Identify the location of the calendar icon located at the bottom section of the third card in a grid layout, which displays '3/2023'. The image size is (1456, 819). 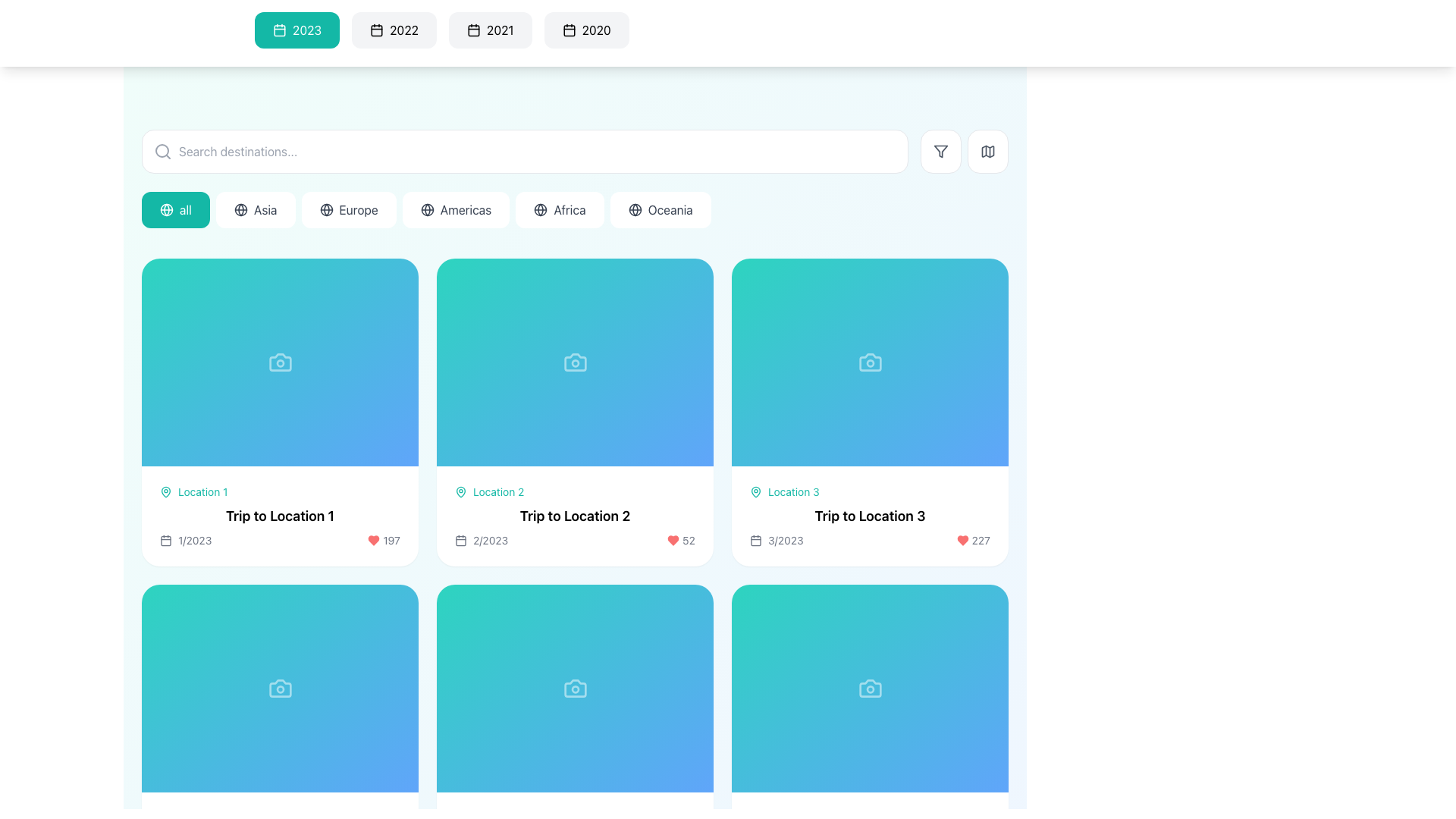
(756, 539).